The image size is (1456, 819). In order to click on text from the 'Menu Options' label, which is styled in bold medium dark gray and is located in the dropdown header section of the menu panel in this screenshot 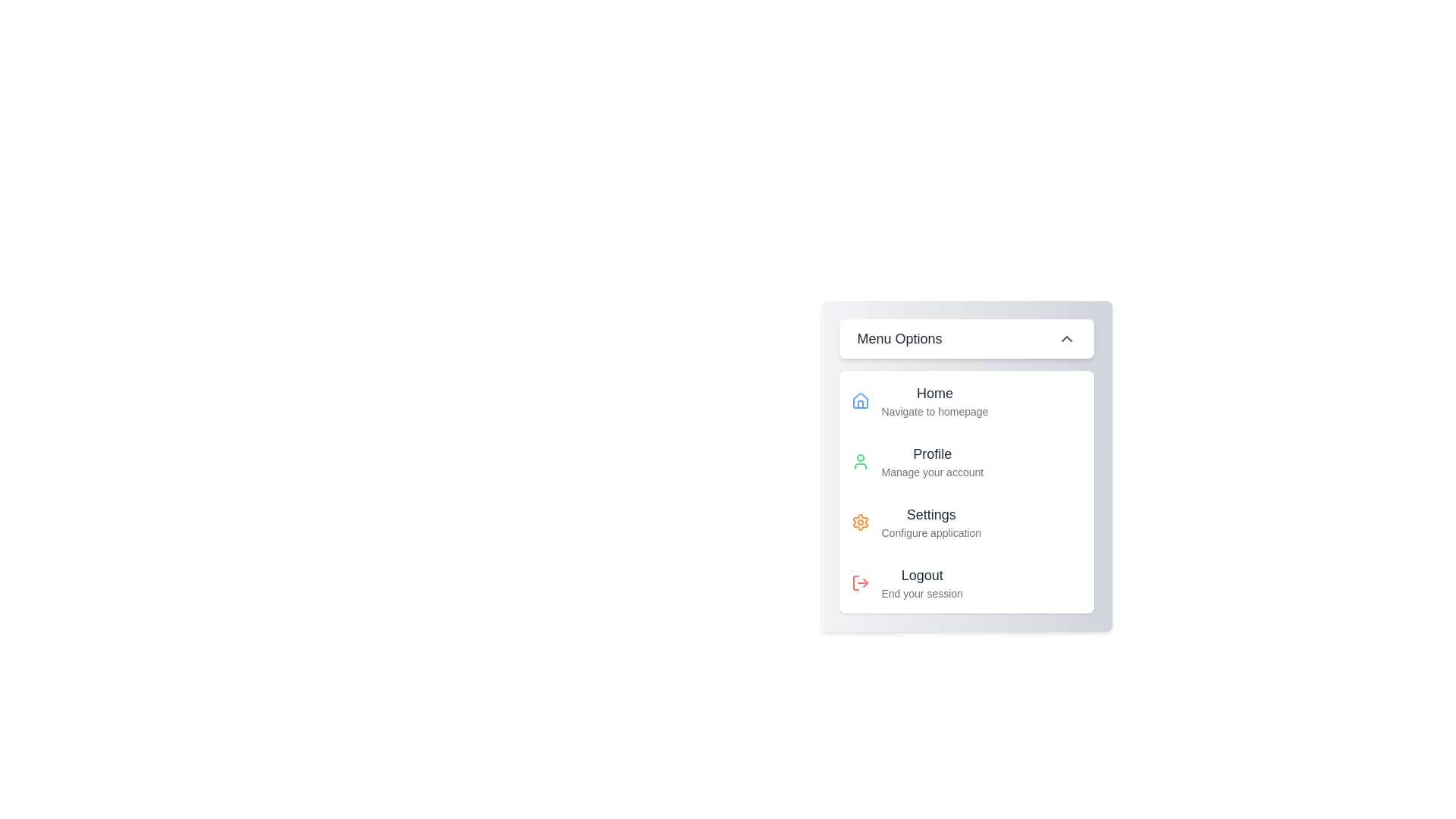, I will do `click(899, 338)`.